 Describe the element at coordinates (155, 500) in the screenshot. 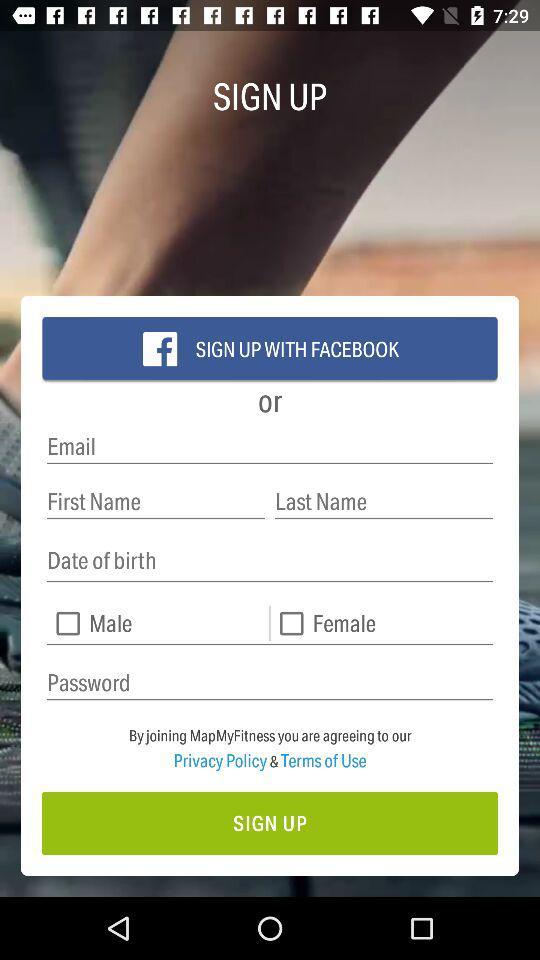

I see `the name box` at that location.